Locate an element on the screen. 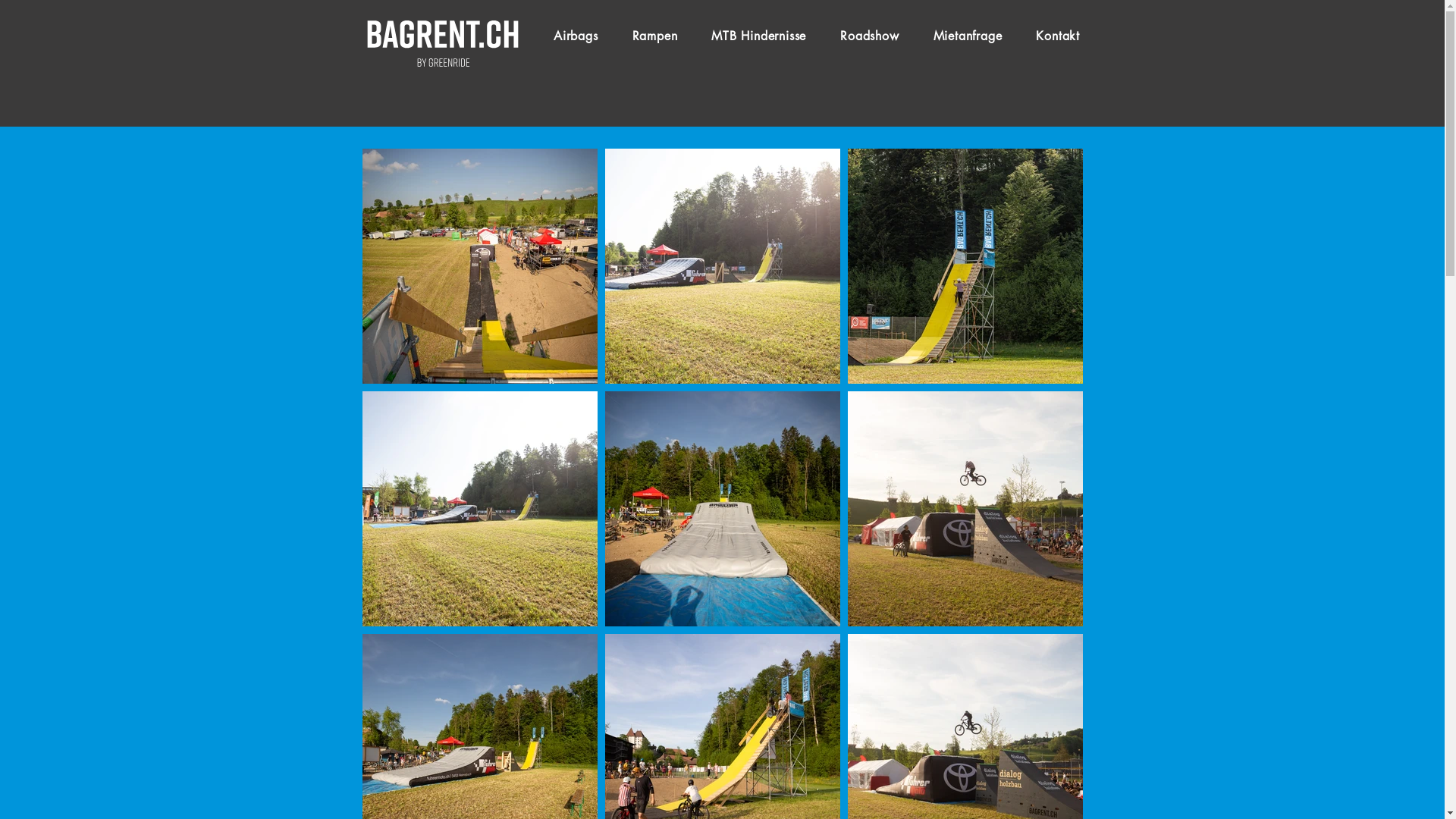 The width and height of the screenshot is (1456, 819). 'Mietanfrage' is located at coordinates (967, 35).